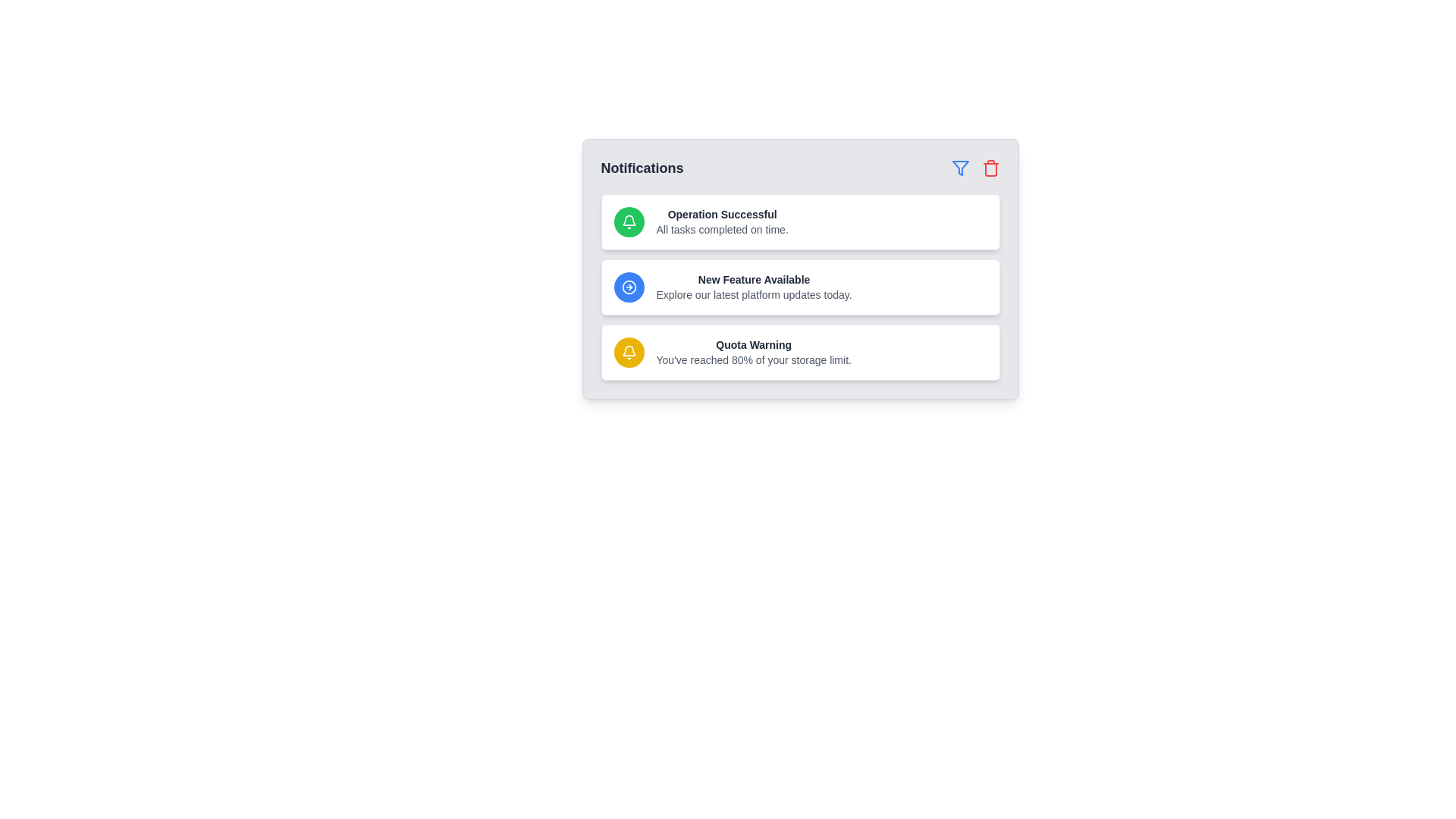  I want to click on the circular green notification icon with a white bell illustration, located to the left of the 'Operation Successful' message in the notification box, so click(629, 222).